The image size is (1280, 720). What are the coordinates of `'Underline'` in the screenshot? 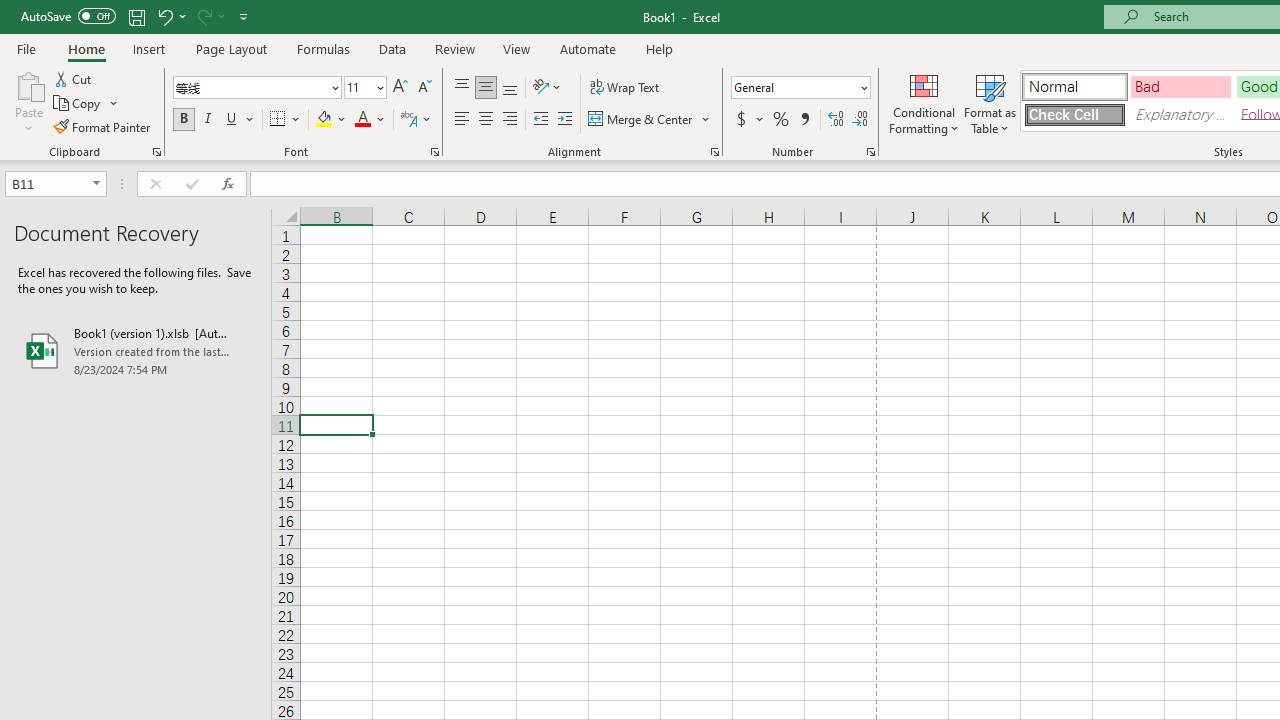 It's located at (232, 119).